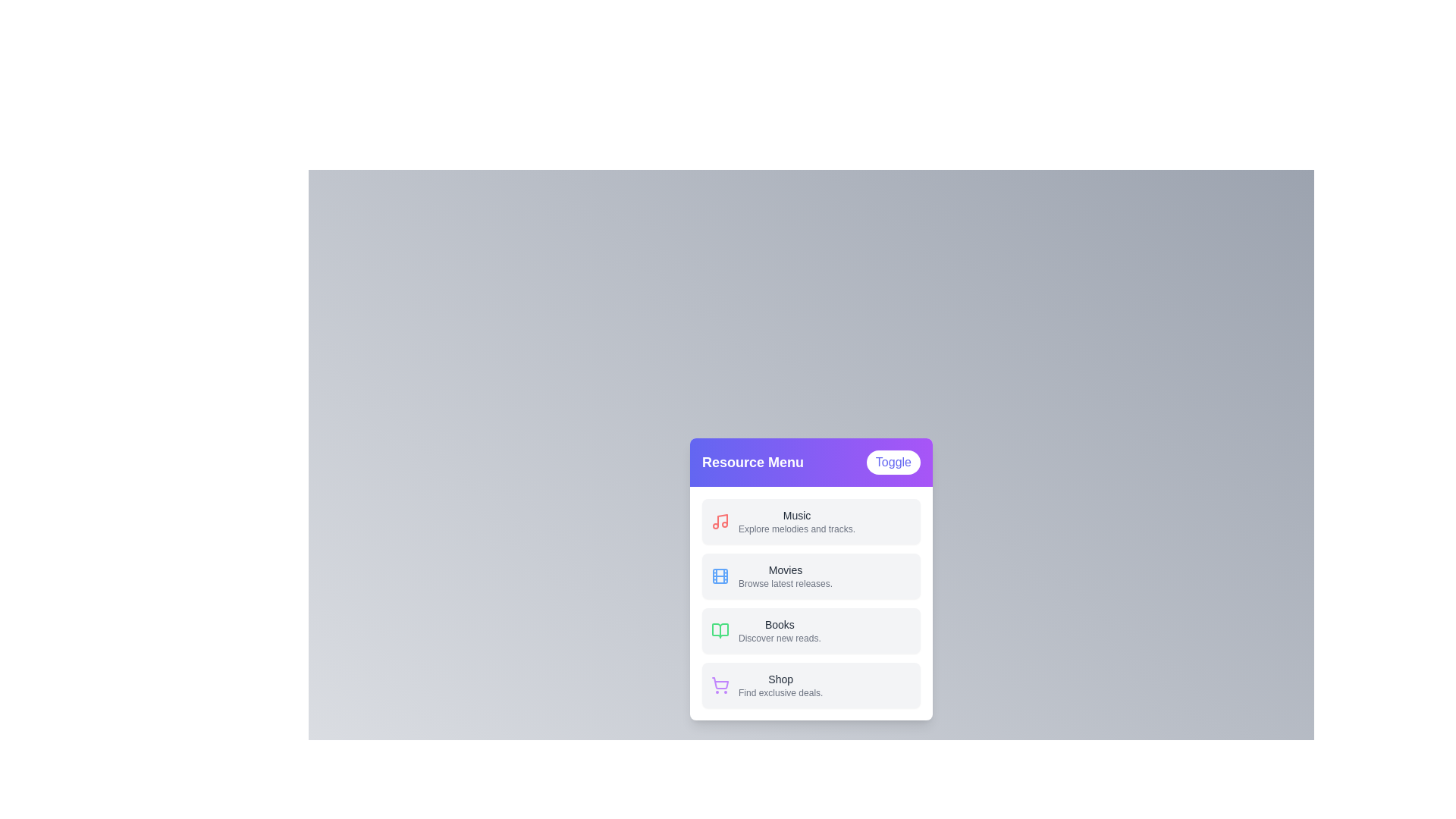 The width and height of the screenshot is (1456, 819). Describe the element at coordinates (811, 576) in the screenshot. I see `the menu item labeled Movies` at that location.